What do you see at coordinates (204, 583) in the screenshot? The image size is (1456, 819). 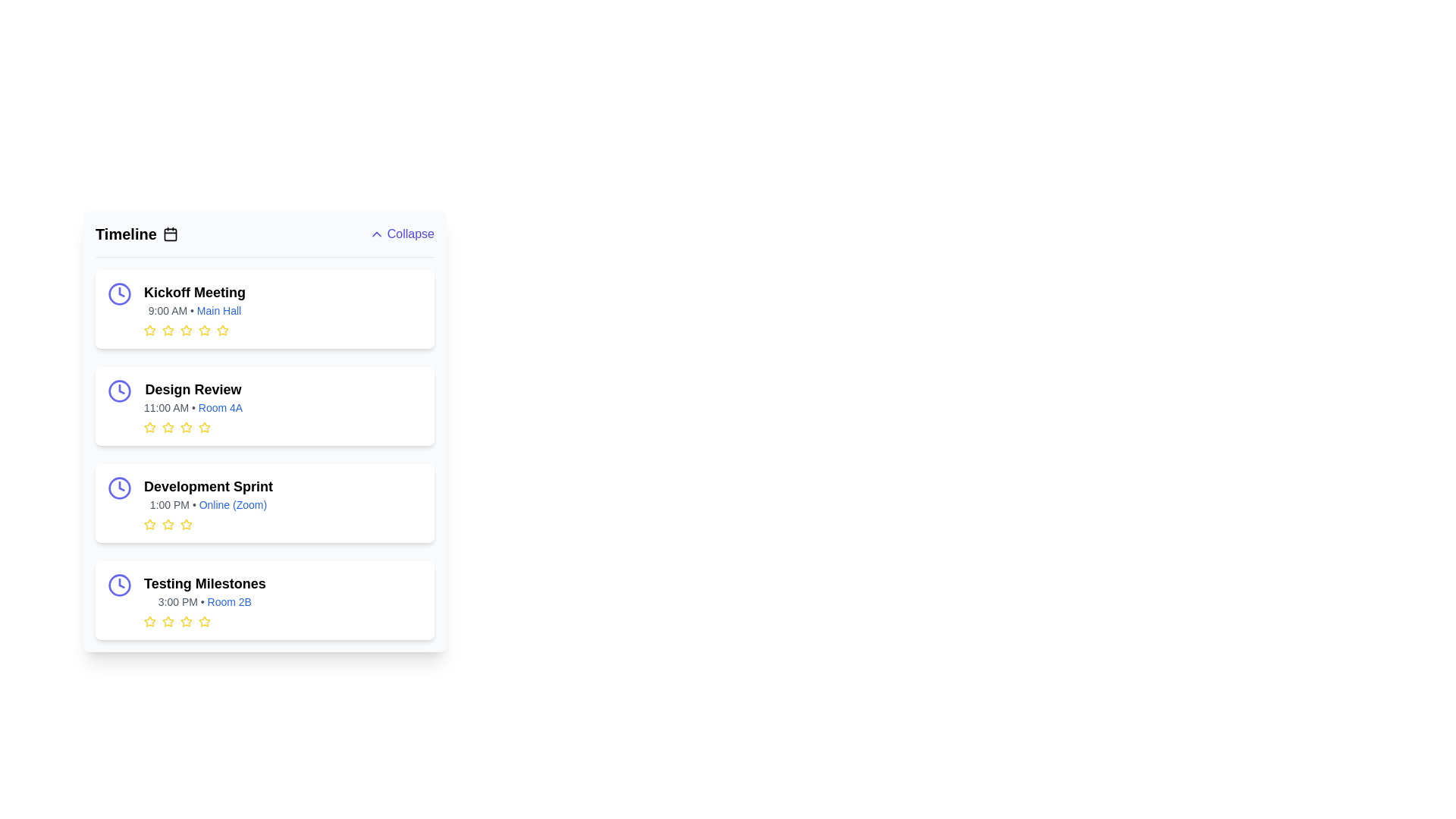 I see `the Header text located in the fourth item block of the vertical timeline list, positioned directly above the subtitle '3:00 PM • Room 2B'` at bounding box center [204, 583].